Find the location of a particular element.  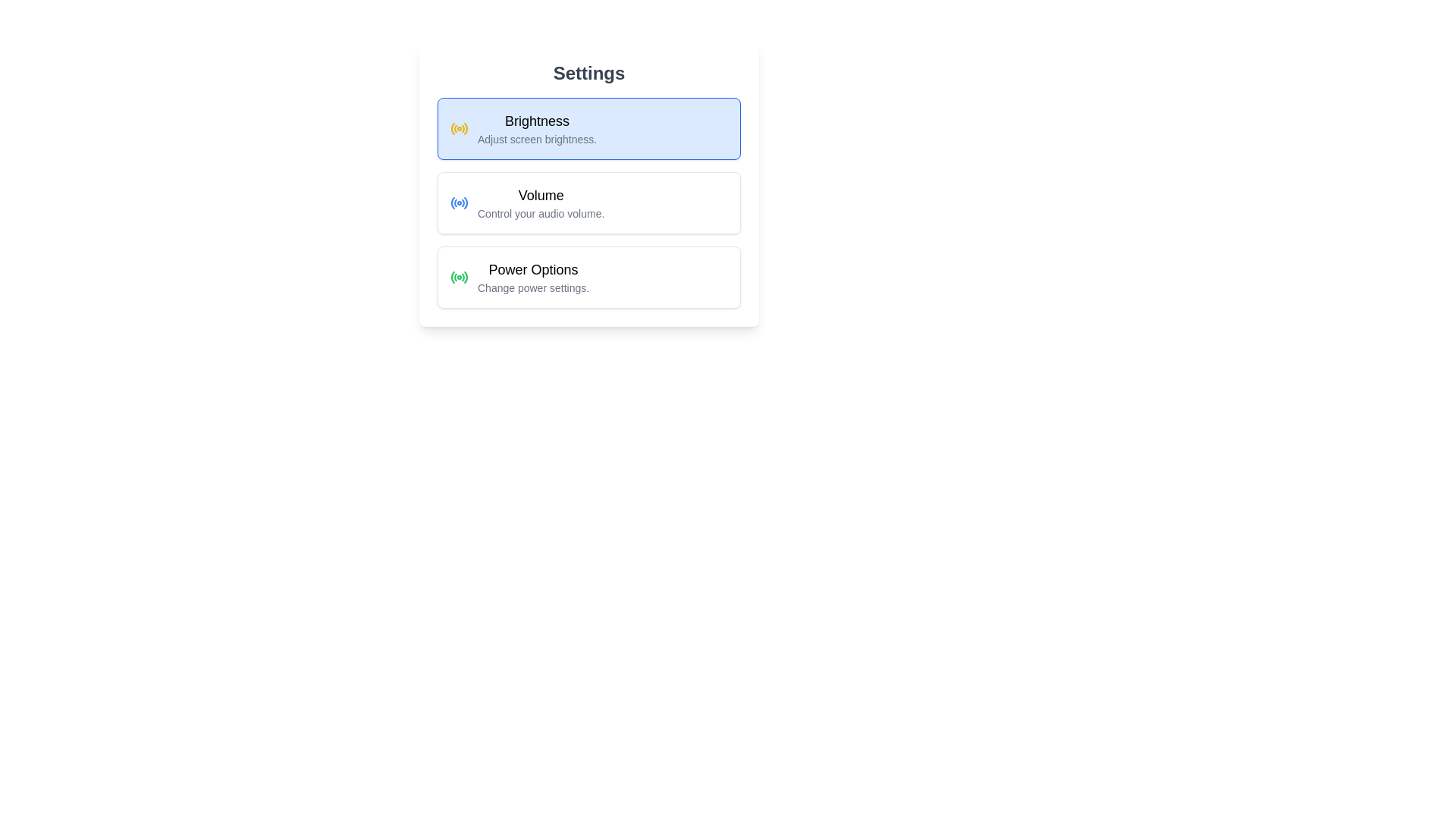

information from the 'Power Options' label which is centrally aligned in the settings interface is located at coordinates (533, 268).